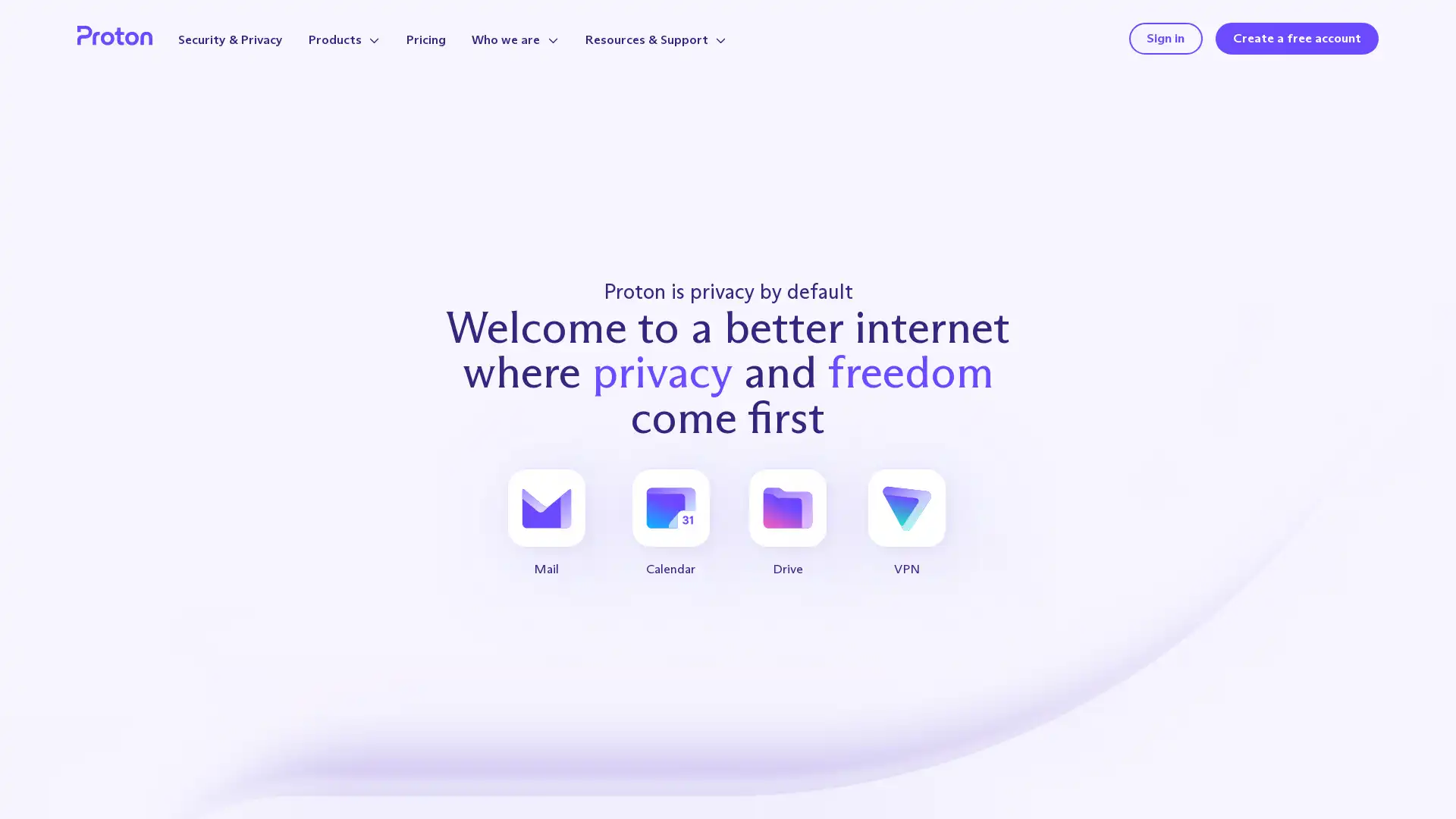 This screenshot has height=819, width=1456. Describe the element at coordinates (344, 39) in the screenshot. I see `Products` at that location.